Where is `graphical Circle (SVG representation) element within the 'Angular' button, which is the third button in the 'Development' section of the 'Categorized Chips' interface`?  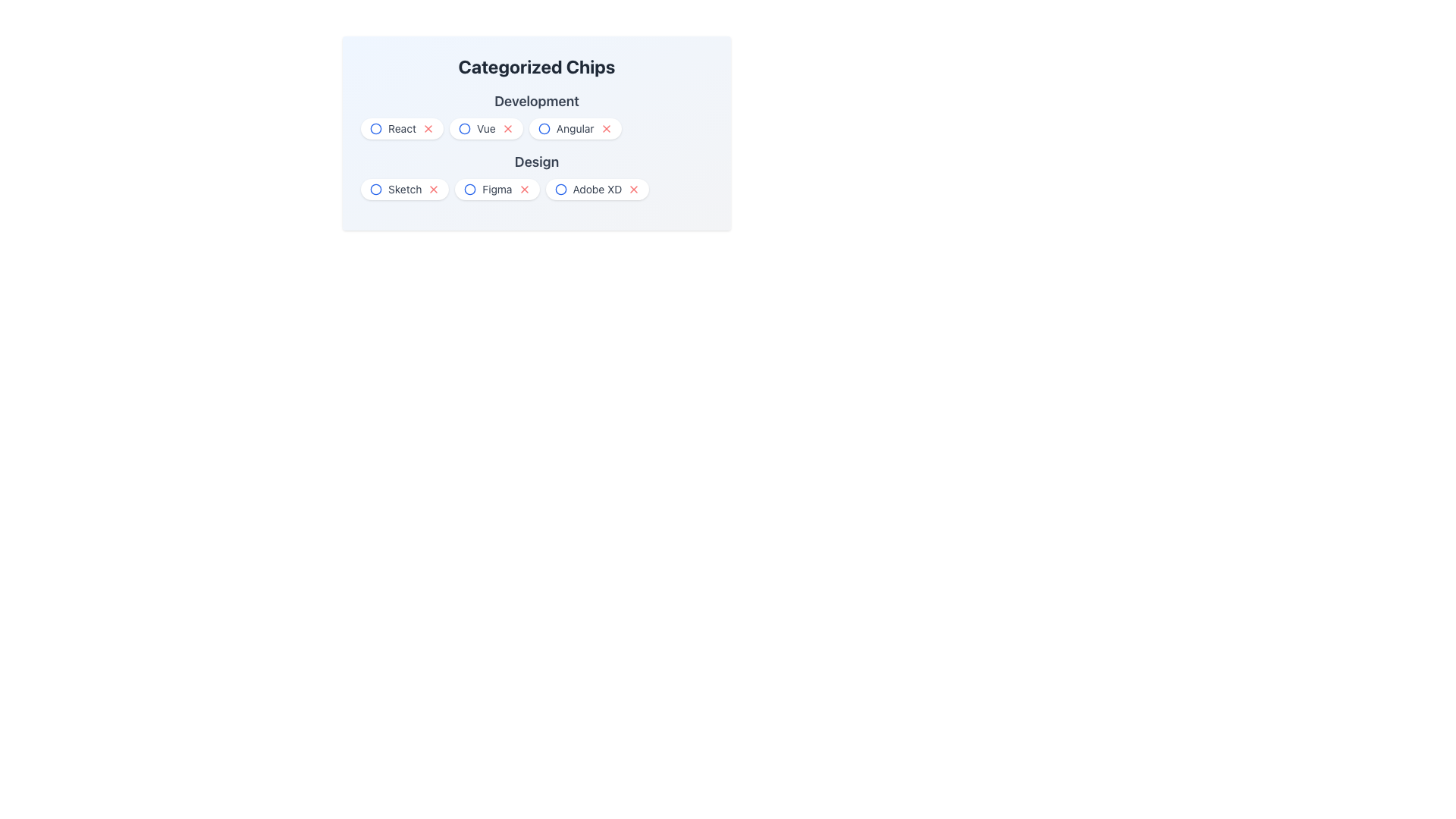 graphical Circle (SVG representation) element within the 'Angular' button, which is the third button in the 'Development' section of the 'Categorized Chips' interface is located at coordinates (544, 127).